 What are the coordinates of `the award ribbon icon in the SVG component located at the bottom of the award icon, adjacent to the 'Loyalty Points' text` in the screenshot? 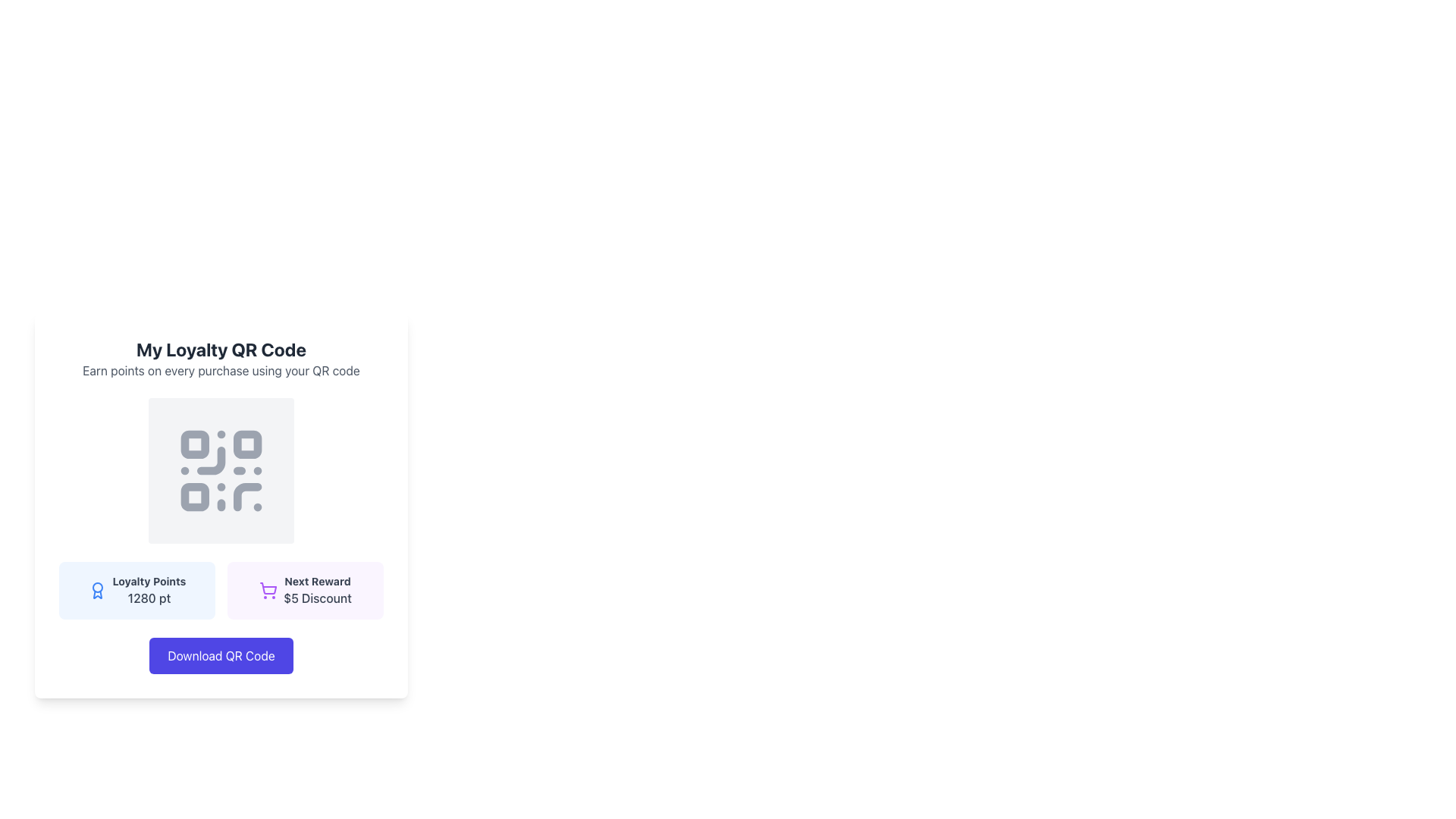 It's located at (96, 594).